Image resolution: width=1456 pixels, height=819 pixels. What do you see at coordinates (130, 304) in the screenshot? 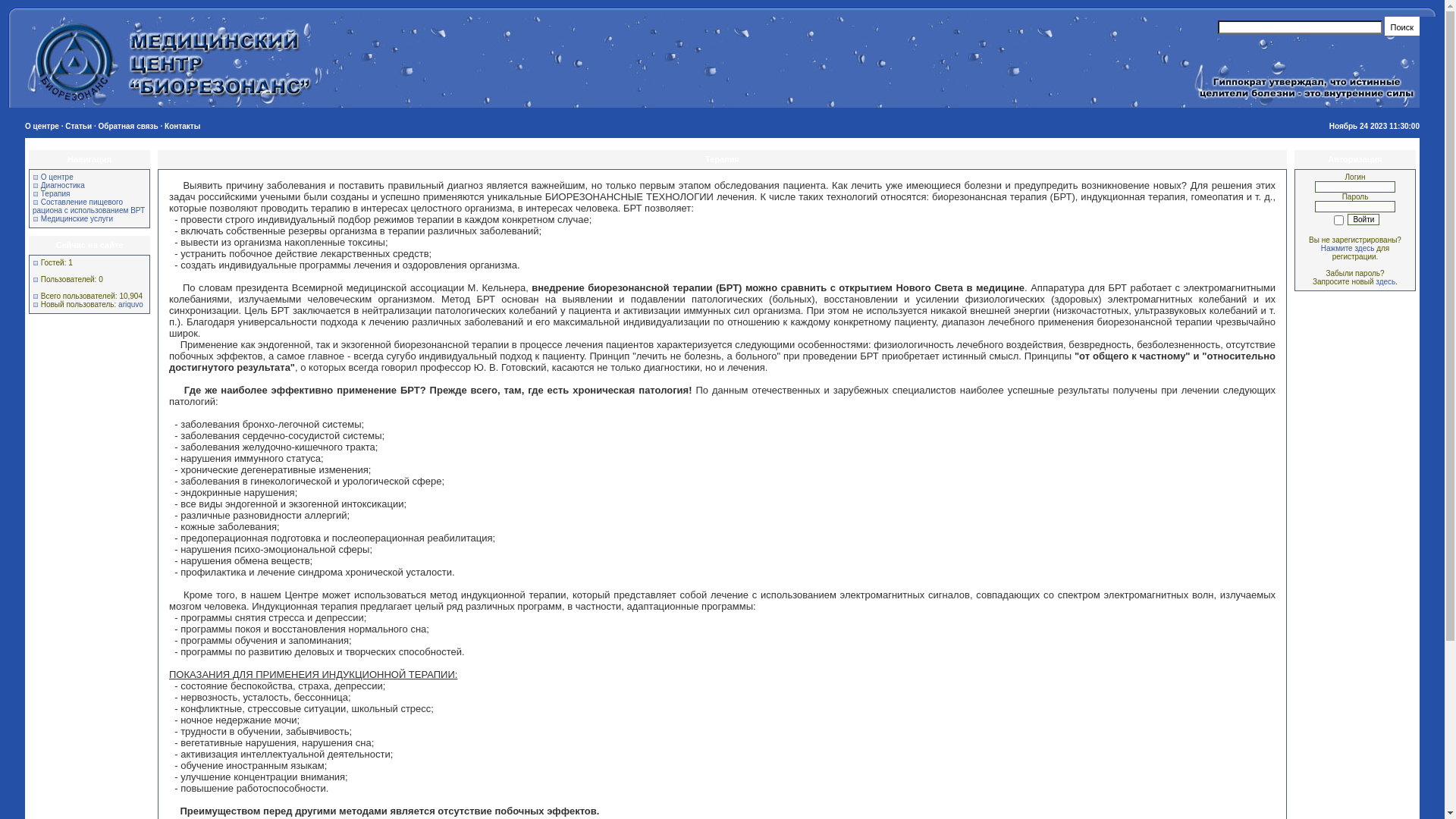
I see `'ariquvo'` at bounding box center [130, 304].